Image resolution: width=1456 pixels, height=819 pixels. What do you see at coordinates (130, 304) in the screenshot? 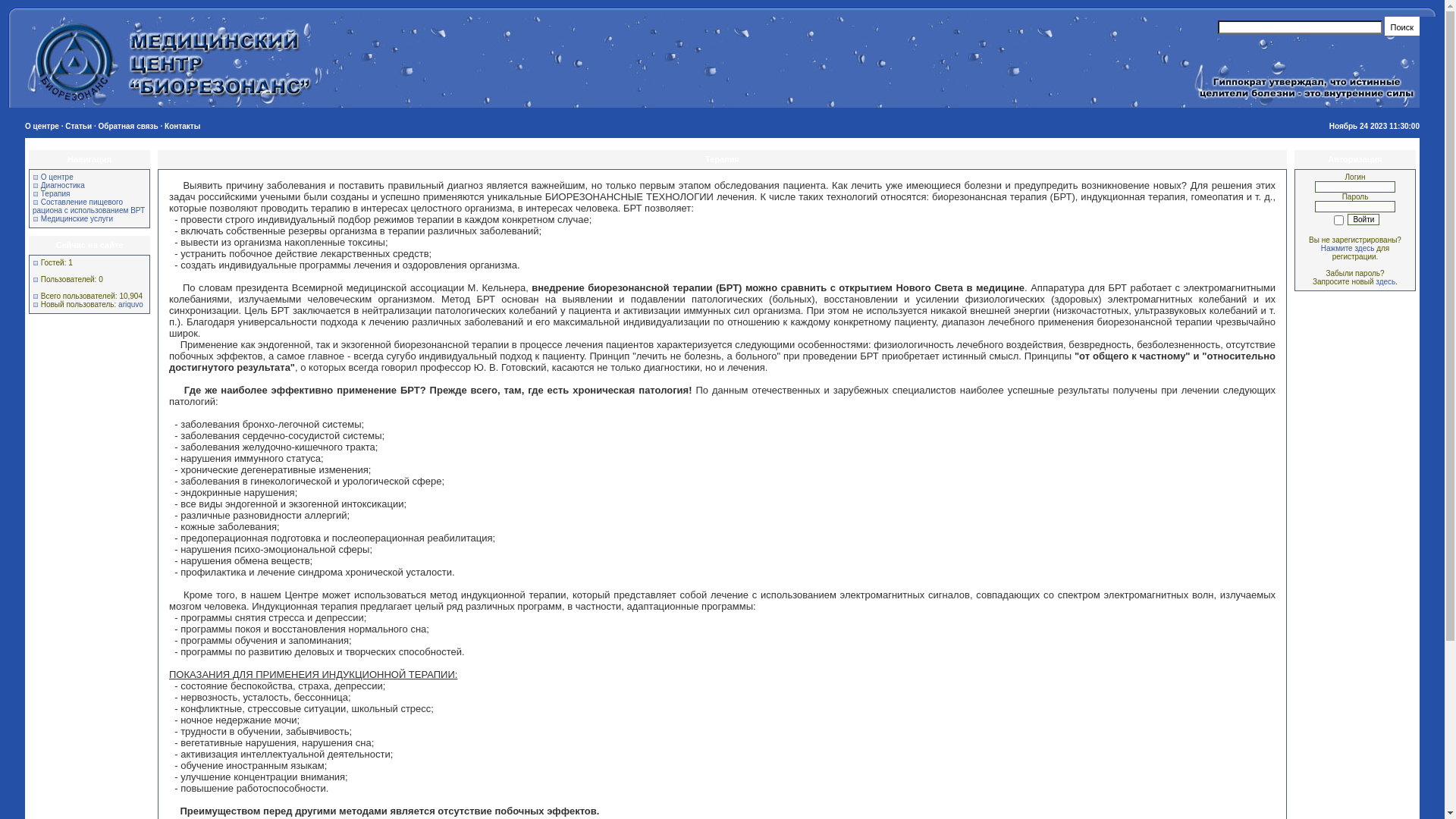
I see `'ariquvo'` at bounding box center [130, 304].